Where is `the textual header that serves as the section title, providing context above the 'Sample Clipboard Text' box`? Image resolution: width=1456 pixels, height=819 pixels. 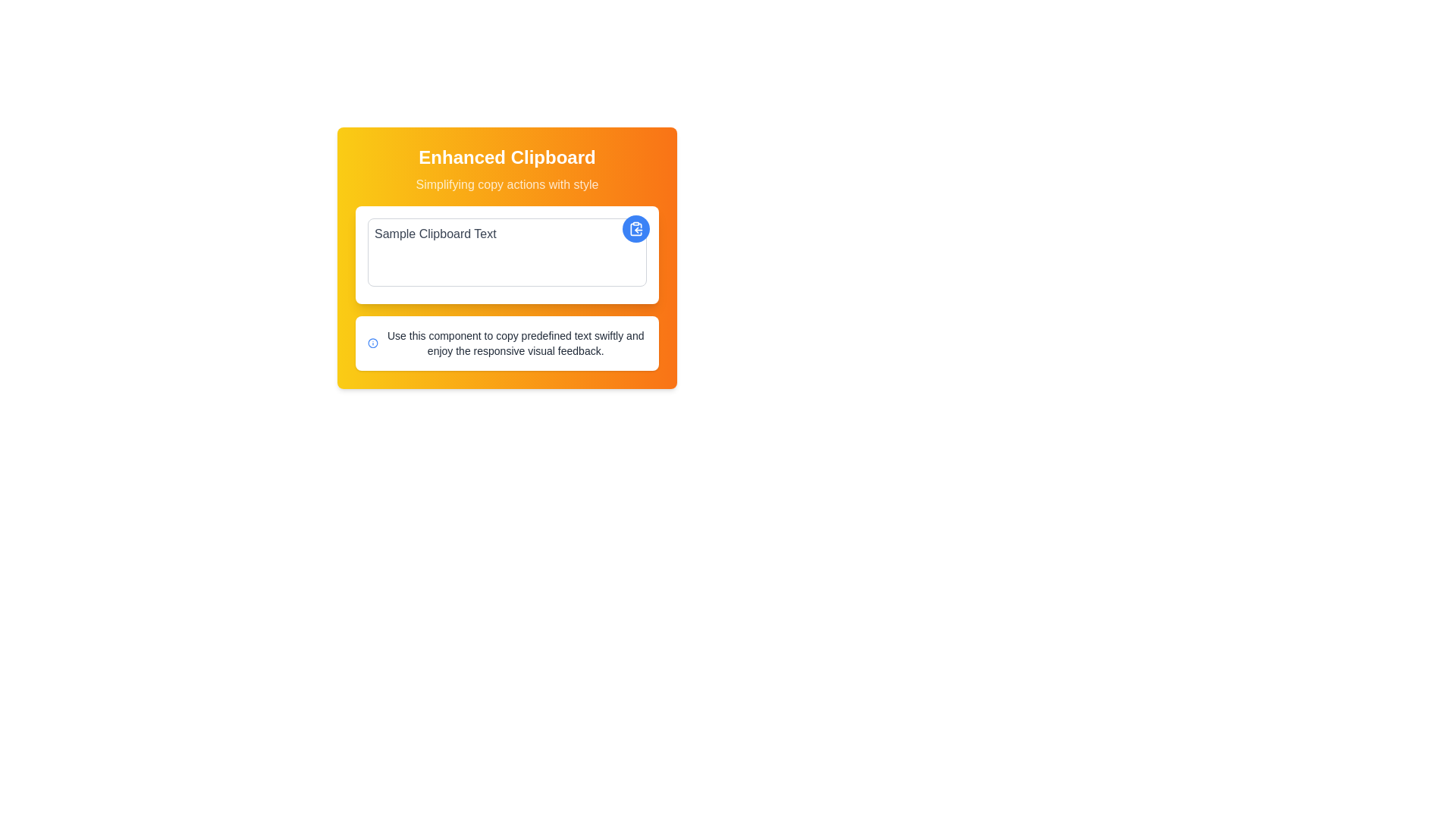 the textual header that serves as the section title, providing context above the 'Sample Clipboard Text' box is located at coordinates (507, 169).